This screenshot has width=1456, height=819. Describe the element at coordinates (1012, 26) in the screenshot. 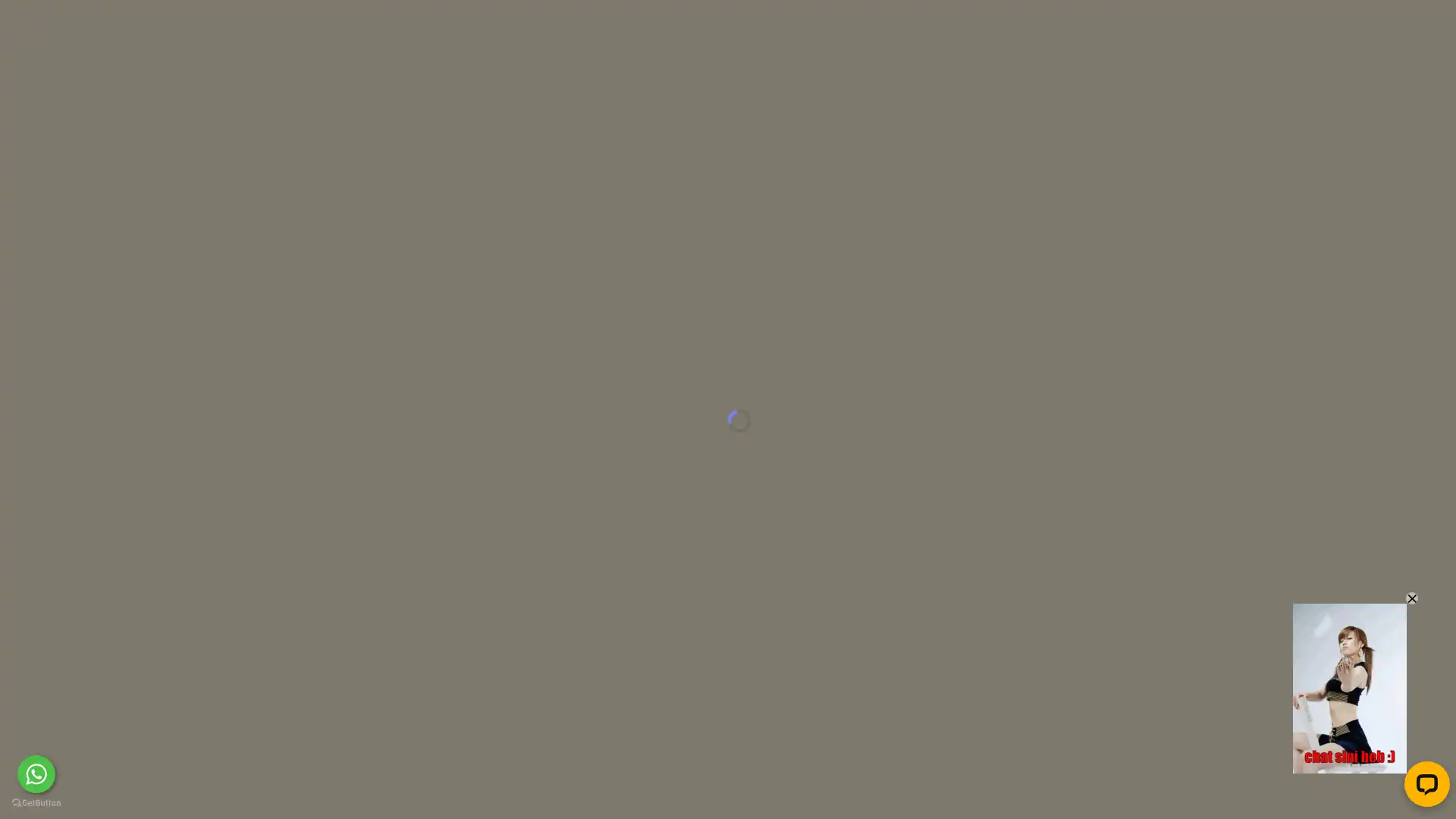

I see `LOGIN` at that location.